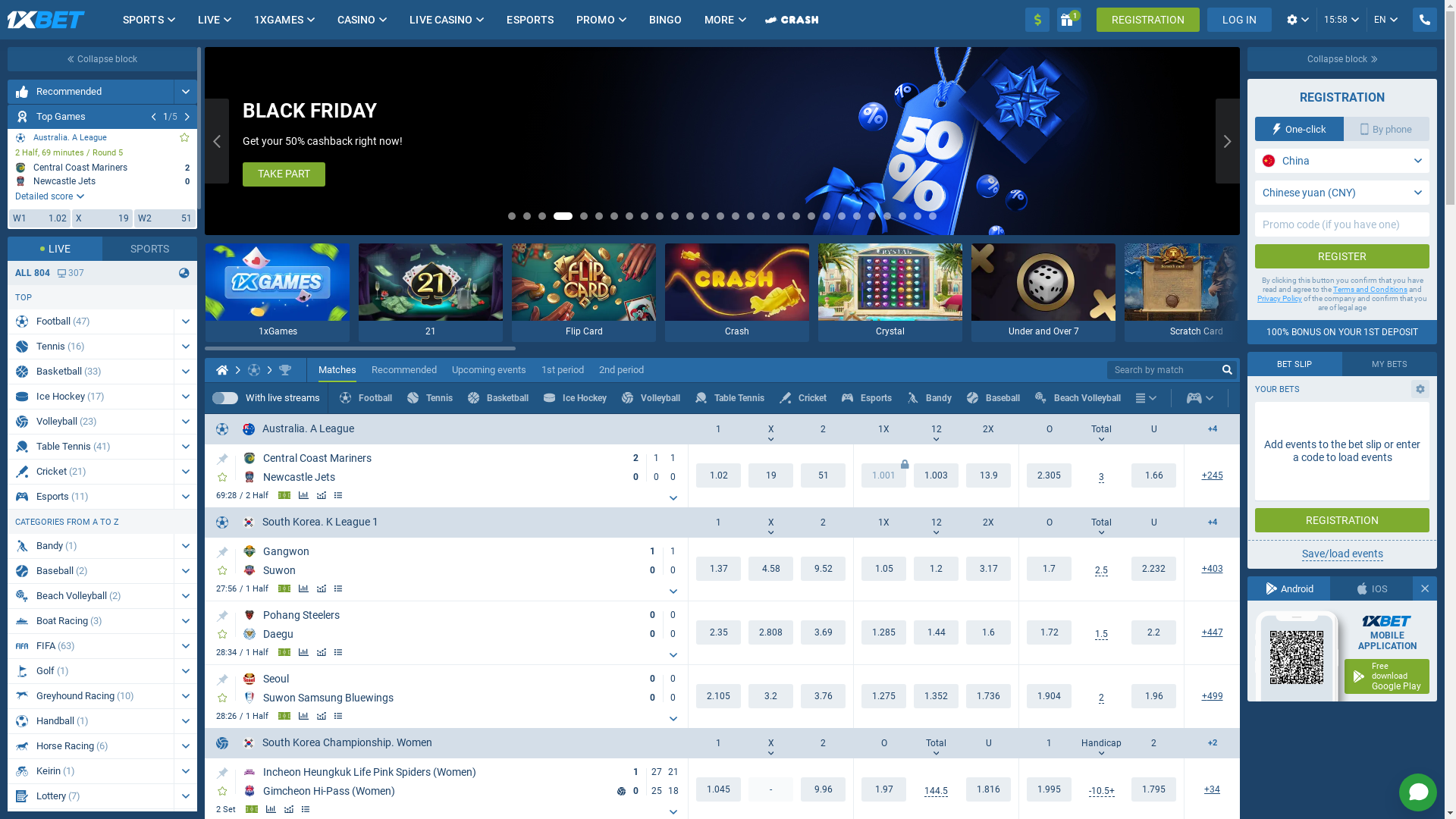 Image resolution: width=1456 pixels, height=819 pixels. I want to click on '2.3', so click(717, 632).